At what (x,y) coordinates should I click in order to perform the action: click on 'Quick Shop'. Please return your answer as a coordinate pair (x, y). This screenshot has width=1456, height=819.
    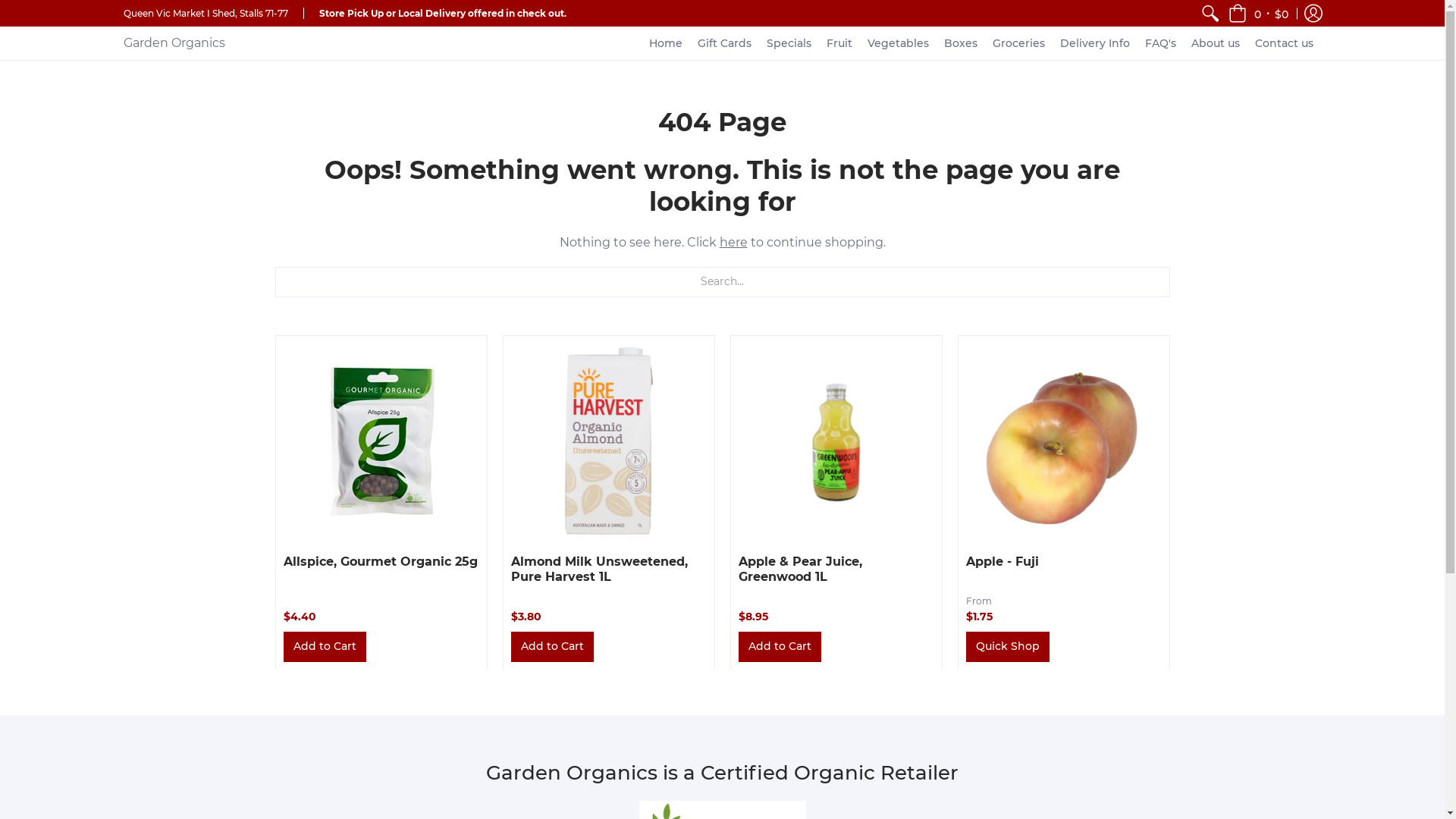
    Looking at the image, I should click on (1008, 646).